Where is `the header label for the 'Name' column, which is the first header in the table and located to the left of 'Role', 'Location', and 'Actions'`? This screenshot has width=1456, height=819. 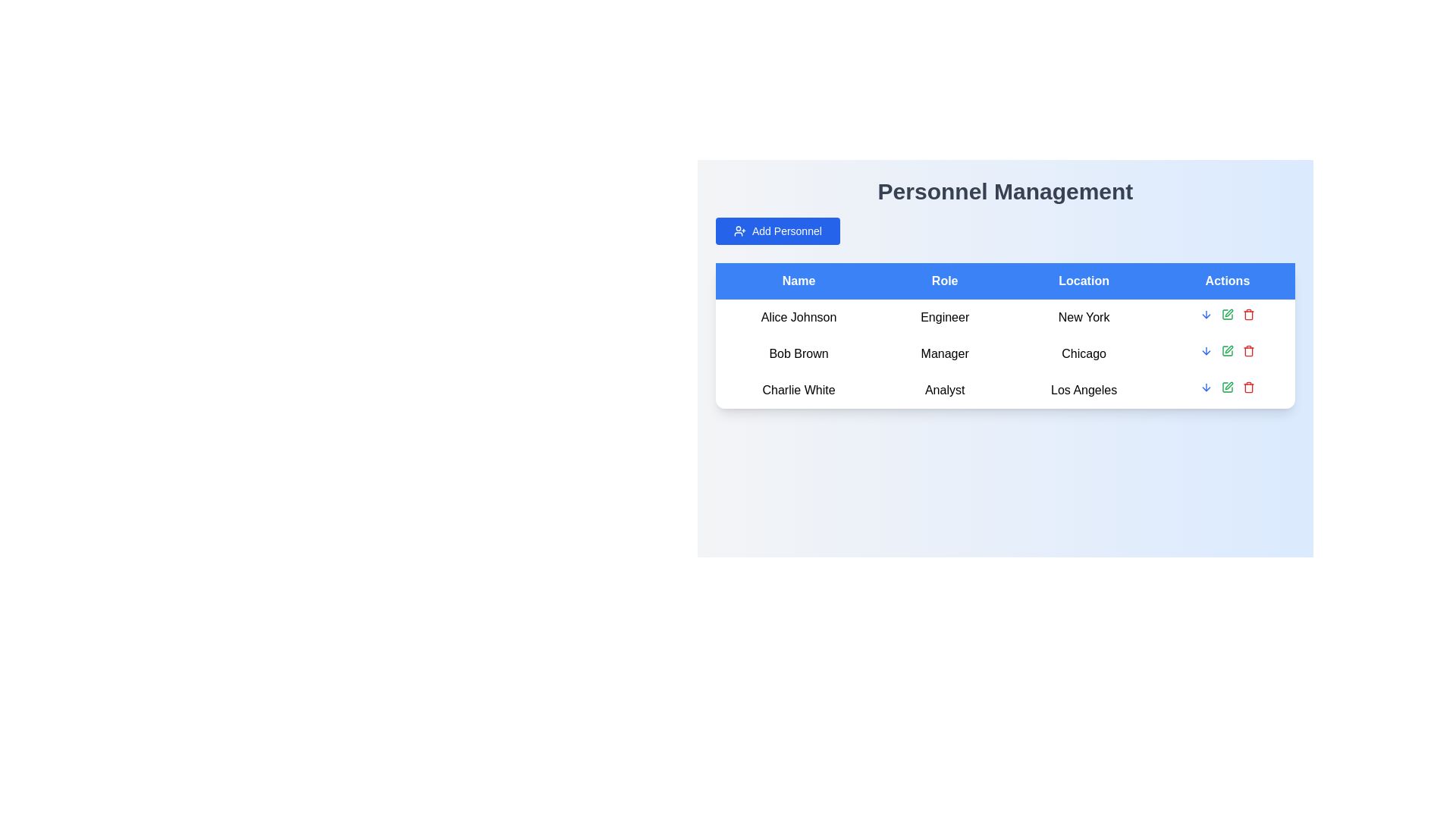
the header label for the 'Name' column, which is the first header in the table and located to the left of 'Role', 'Location', and 'Actions' is located at coordinates (798, 281).